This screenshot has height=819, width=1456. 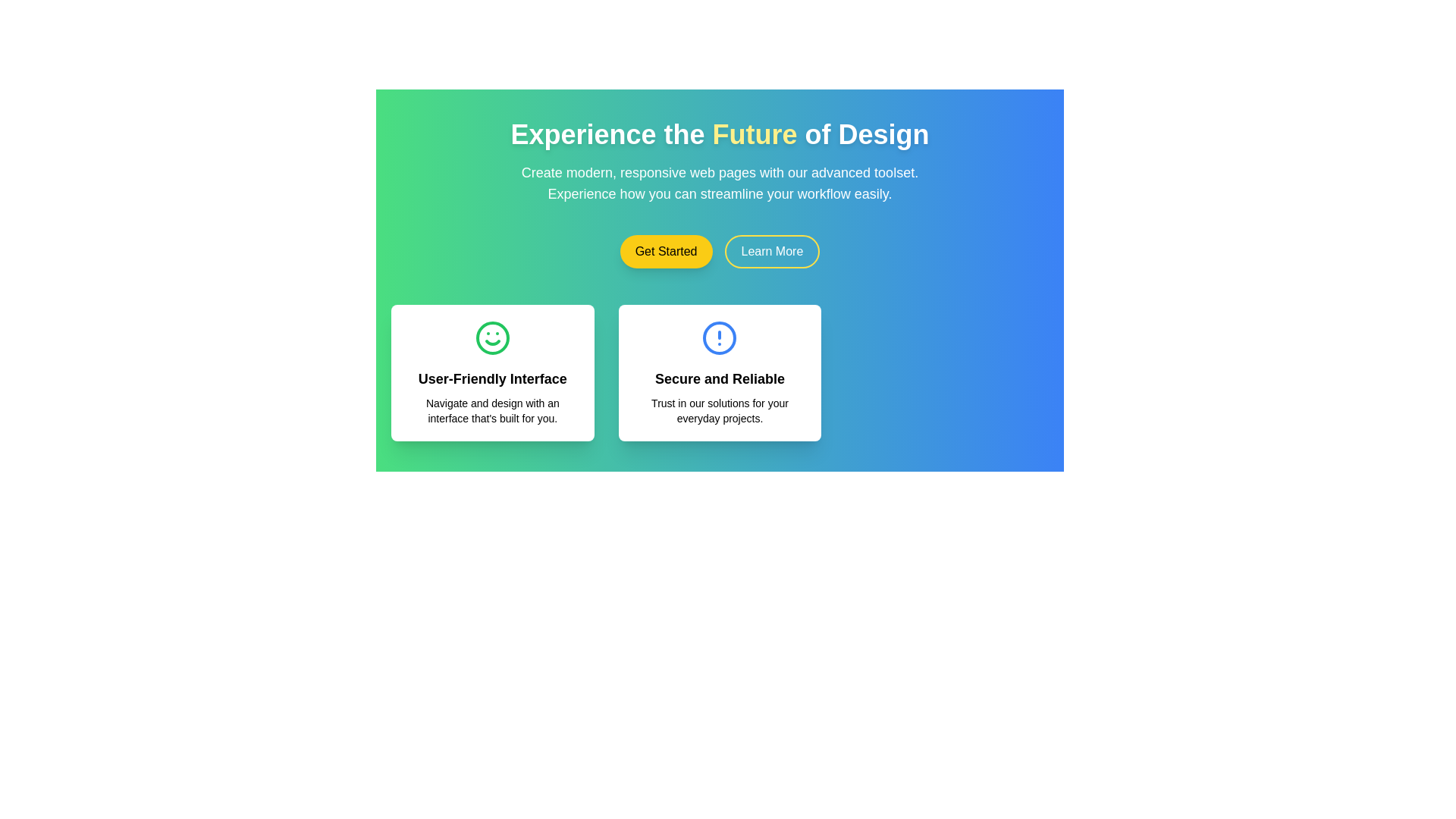 I want to click on the large, bold text element at the top of the interface that says 'Experience the Future of Design', with 'Future' styled in yellow, to interact with it, so click(x=719, y=133).